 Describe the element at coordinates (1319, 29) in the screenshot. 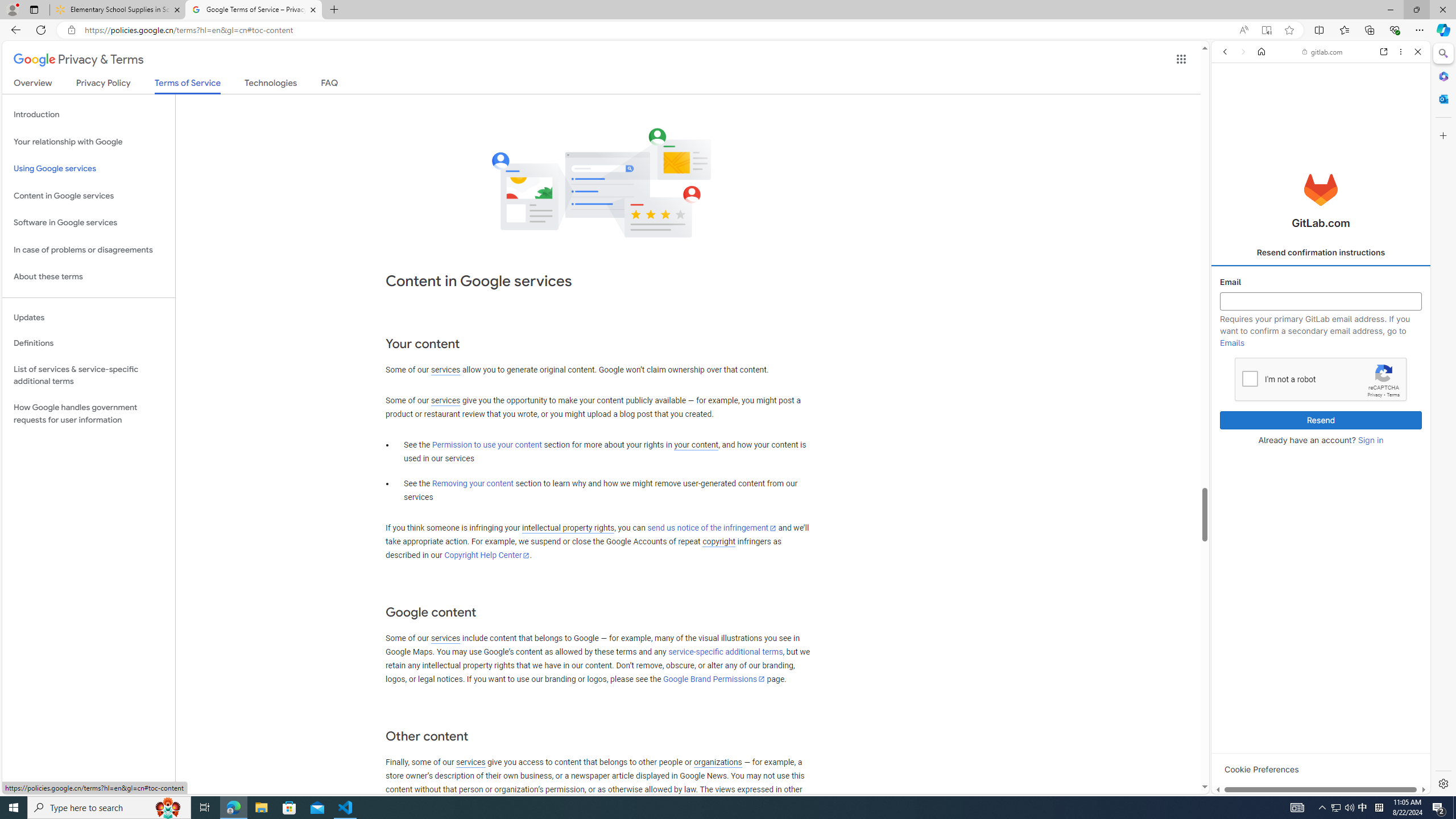

I see `'Split screen'` at that location.